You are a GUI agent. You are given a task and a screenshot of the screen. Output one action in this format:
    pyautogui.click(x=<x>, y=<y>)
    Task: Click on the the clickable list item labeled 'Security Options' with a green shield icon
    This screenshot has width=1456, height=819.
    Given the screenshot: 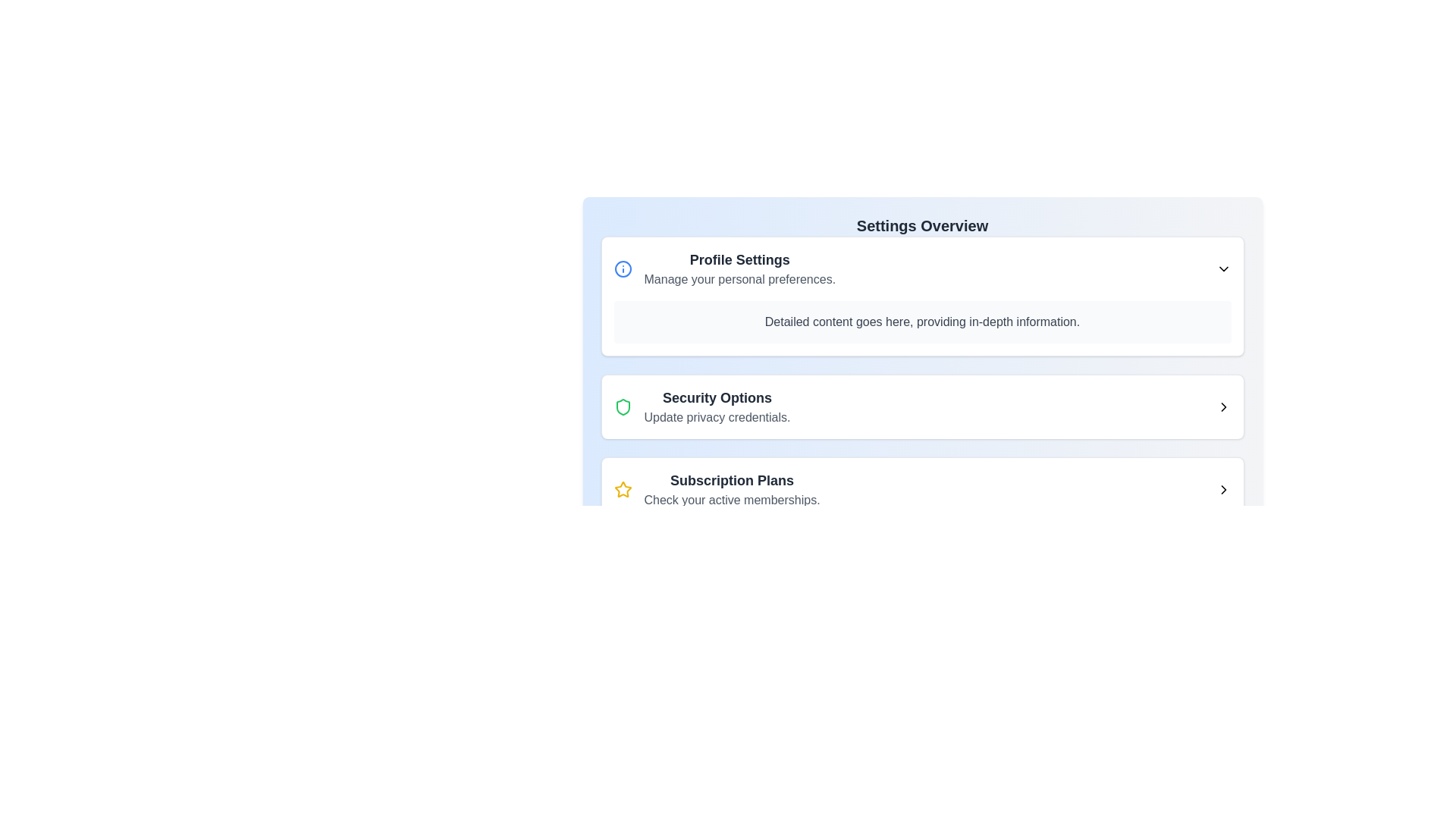 What is the action you would take?
    pyautogui.click(x=701, y=406)
    